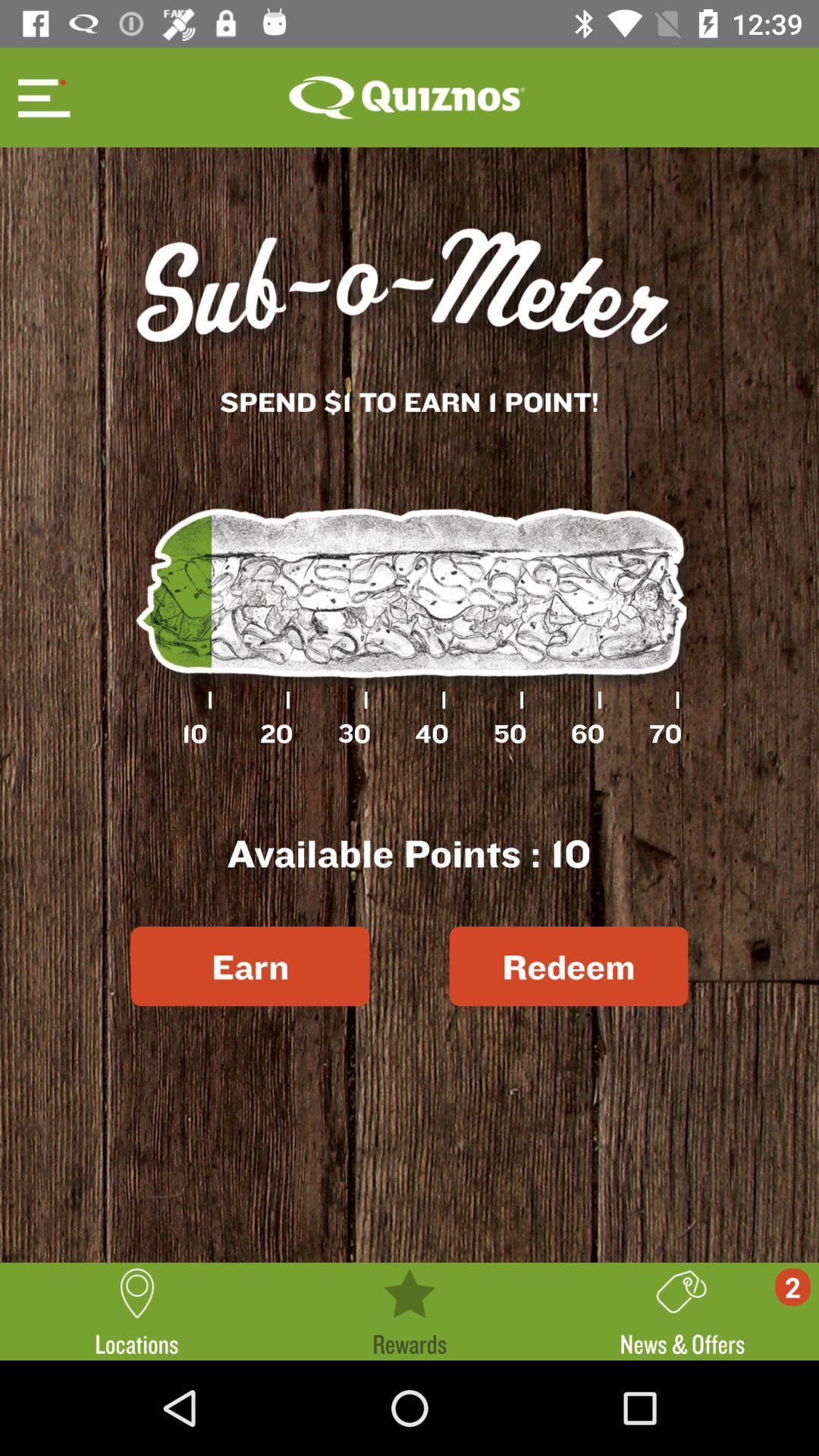 The height and width of the screenshot is (1456, 819). What do you see at coordinates (41, 96) in the screenshot?
I see `open options` at bounding box center [41, 96].